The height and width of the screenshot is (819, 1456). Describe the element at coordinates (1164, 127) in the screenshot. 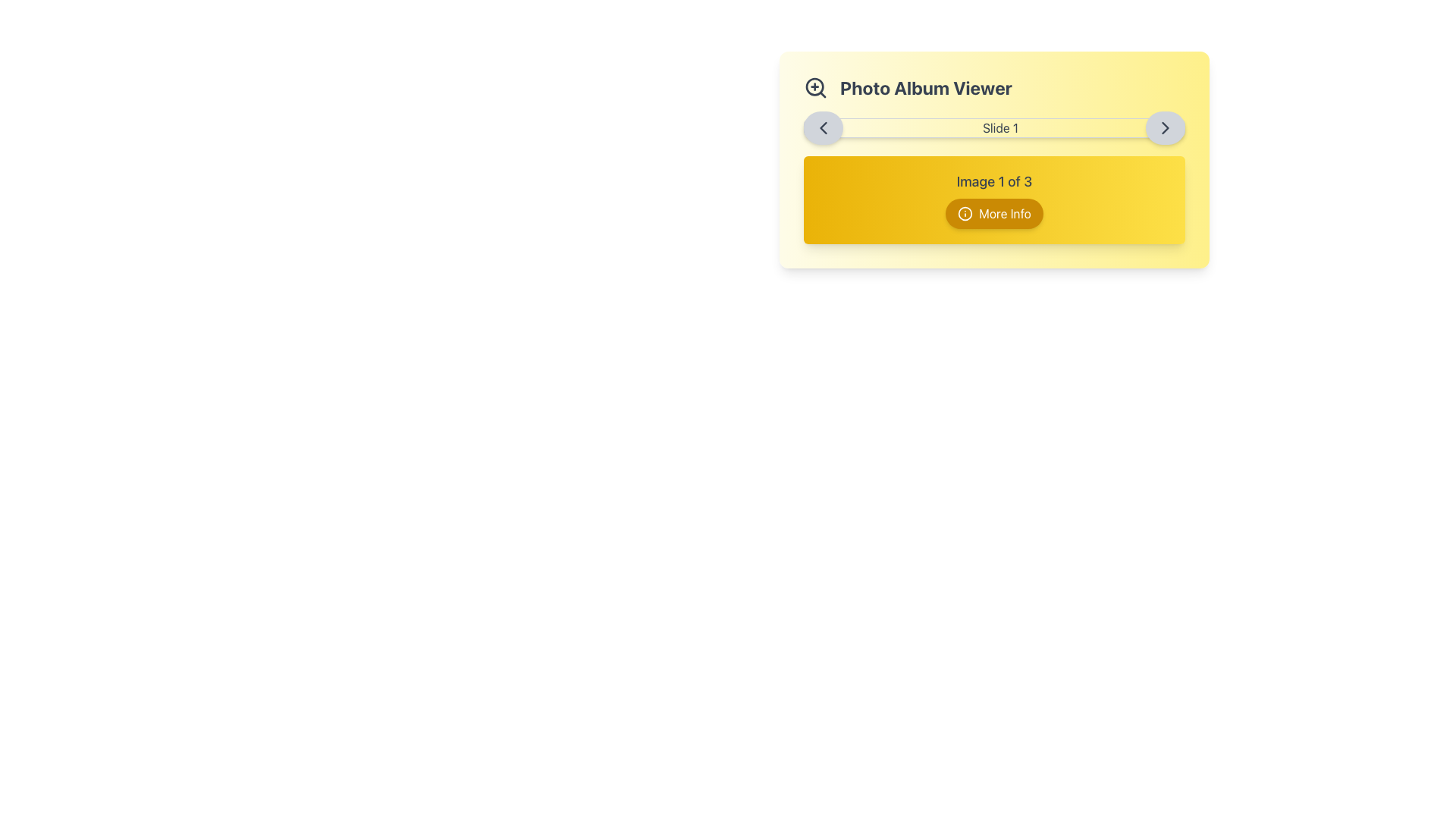

I see `the rightward-pointing chevron icon in the Photo Album Viewer` at that location.